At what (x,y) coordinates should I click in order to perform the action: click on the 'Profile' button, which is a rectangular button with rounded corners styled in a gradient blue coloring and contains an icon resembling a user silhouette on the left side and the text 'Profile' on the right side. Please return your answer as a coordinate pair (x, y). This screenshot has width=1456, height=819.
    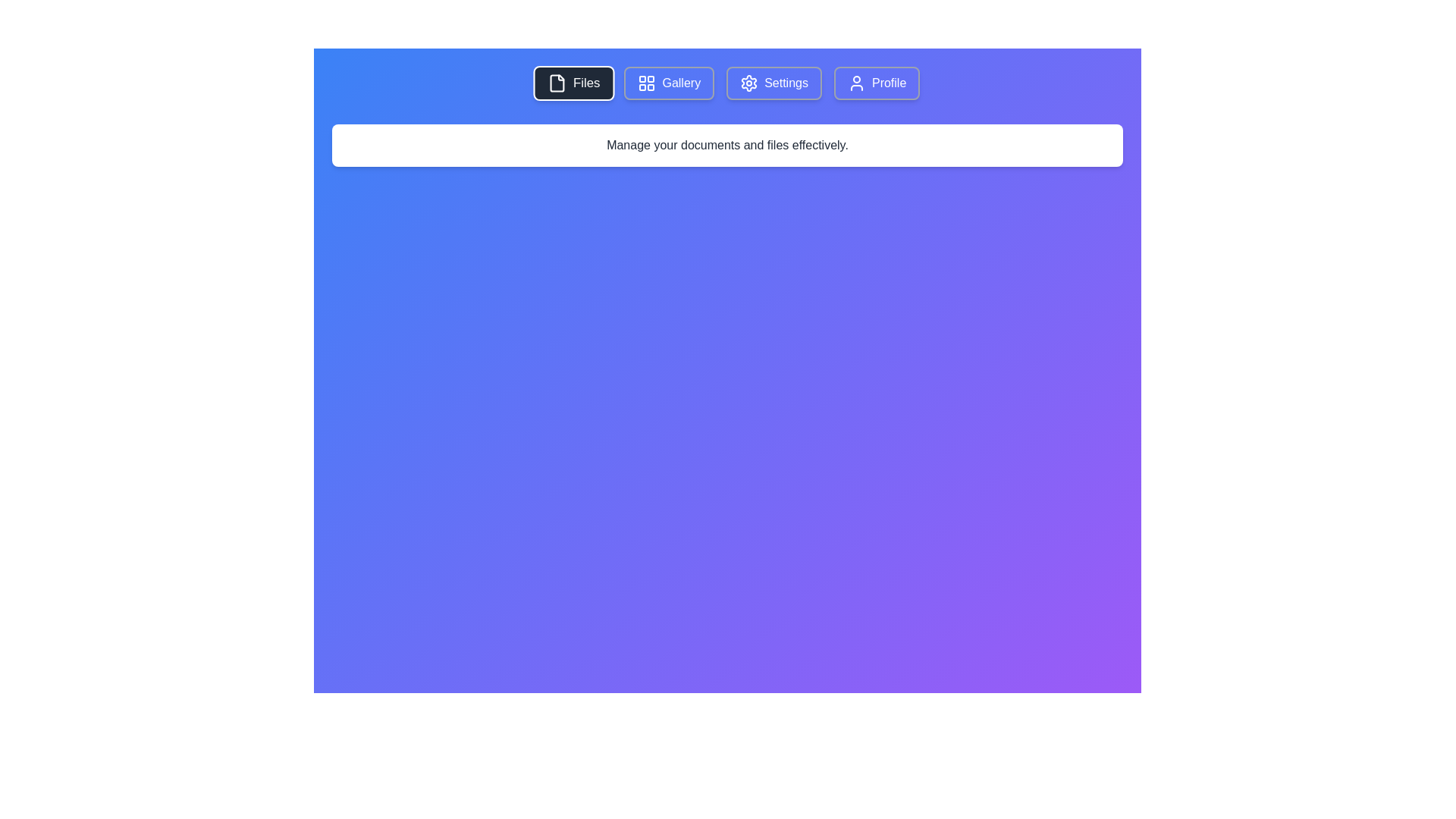
    Looking at the image, I should click on (877, 83).